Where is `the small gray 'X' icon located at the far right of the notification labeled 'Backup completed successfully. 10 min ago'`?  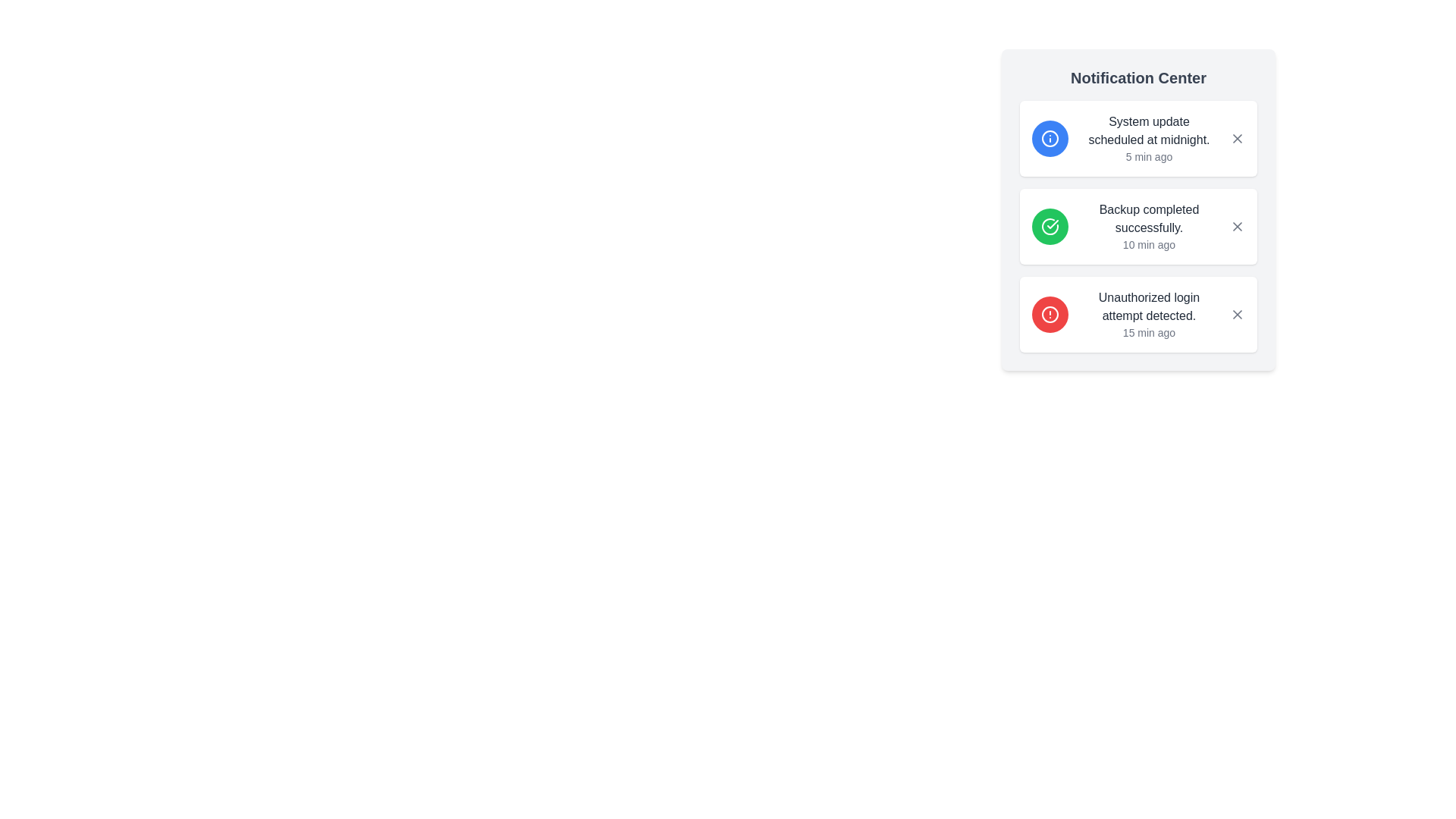
the small gray 'X' icon located at the far right of the notification labeled 'Backup completed successfully. 10 min ago' is located at coordinates (1238, 227).